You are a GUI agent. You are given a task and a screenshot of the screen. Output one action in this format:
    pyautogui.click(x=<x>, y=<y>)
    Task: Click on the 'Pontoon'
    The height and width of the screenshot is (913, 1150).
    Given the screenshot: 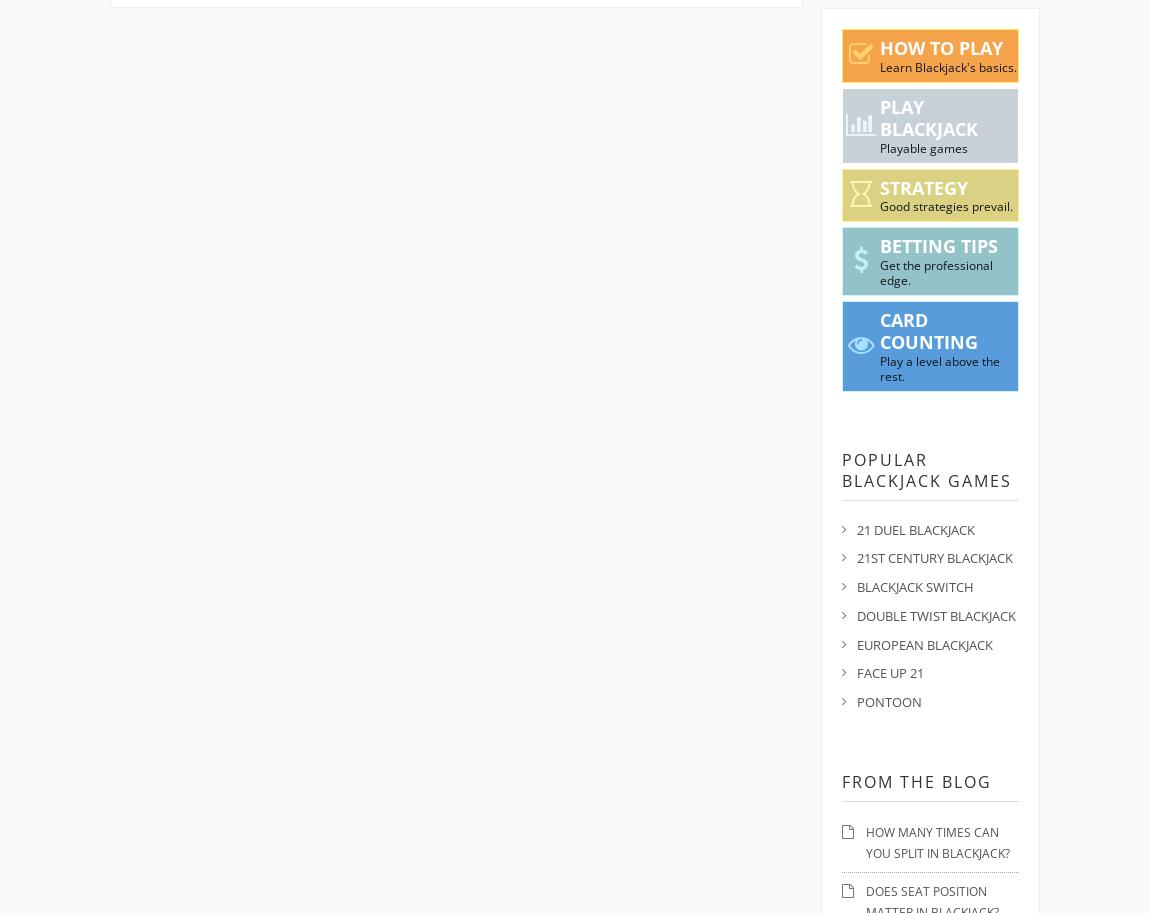 What is the action you would take?
    pyautogui.click(x=889, y=702)
    